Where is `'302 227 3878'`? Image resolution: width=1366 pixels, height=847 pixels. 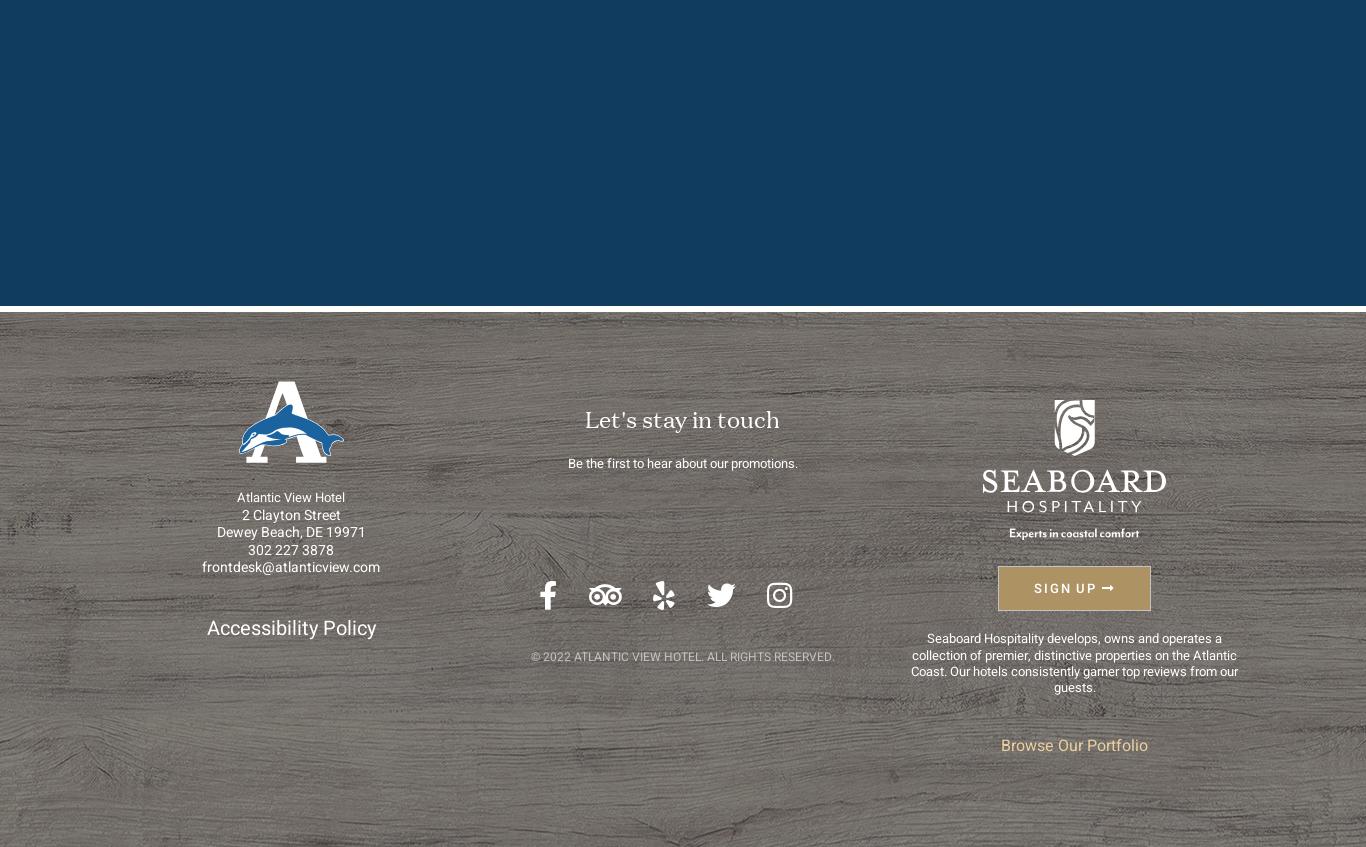 '302 227 3878' is located at coordinates (248, 549).